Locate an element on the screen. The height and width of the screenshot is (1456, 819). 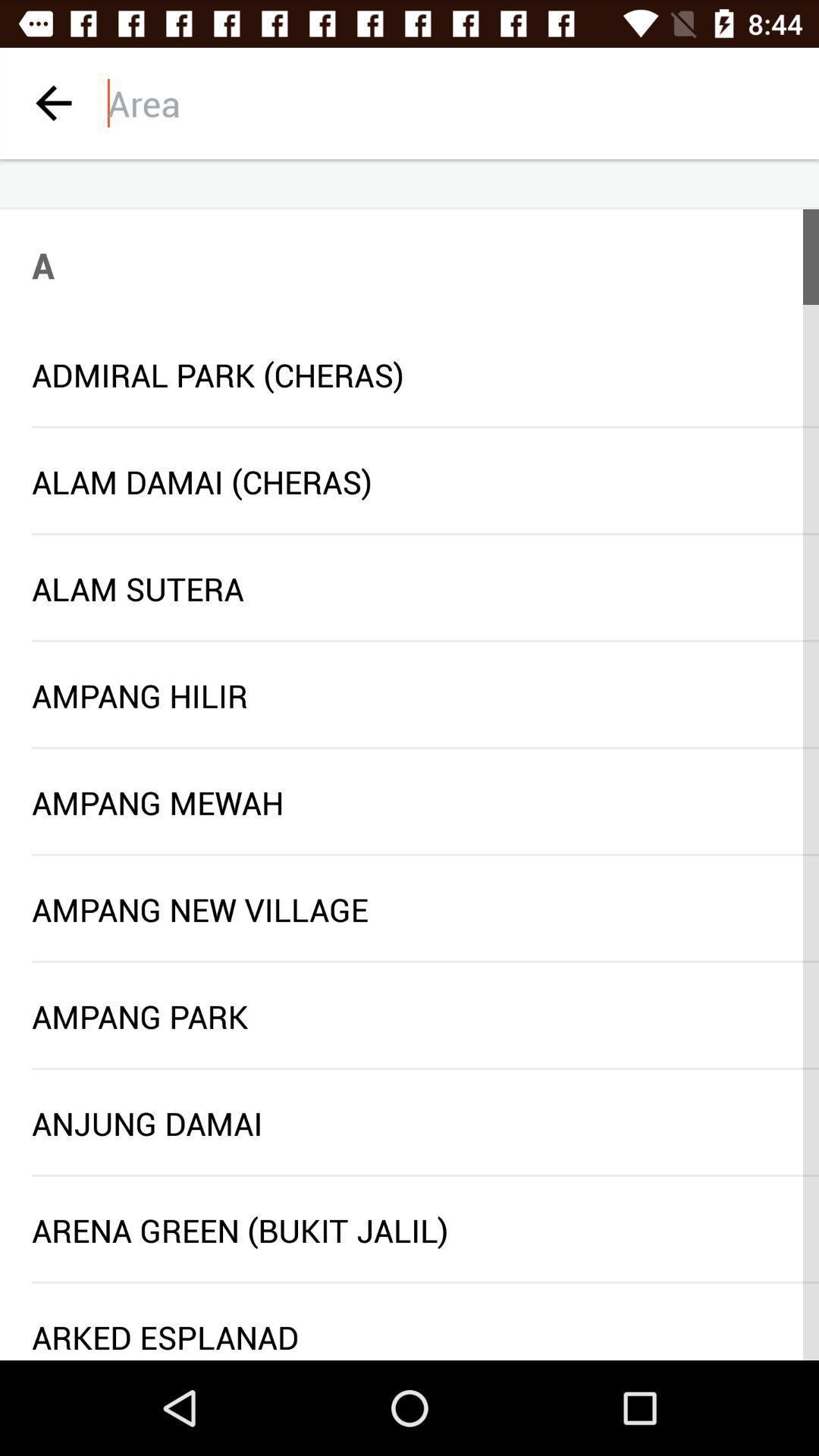
the ampang park item is located at coordinates (409, 1016).